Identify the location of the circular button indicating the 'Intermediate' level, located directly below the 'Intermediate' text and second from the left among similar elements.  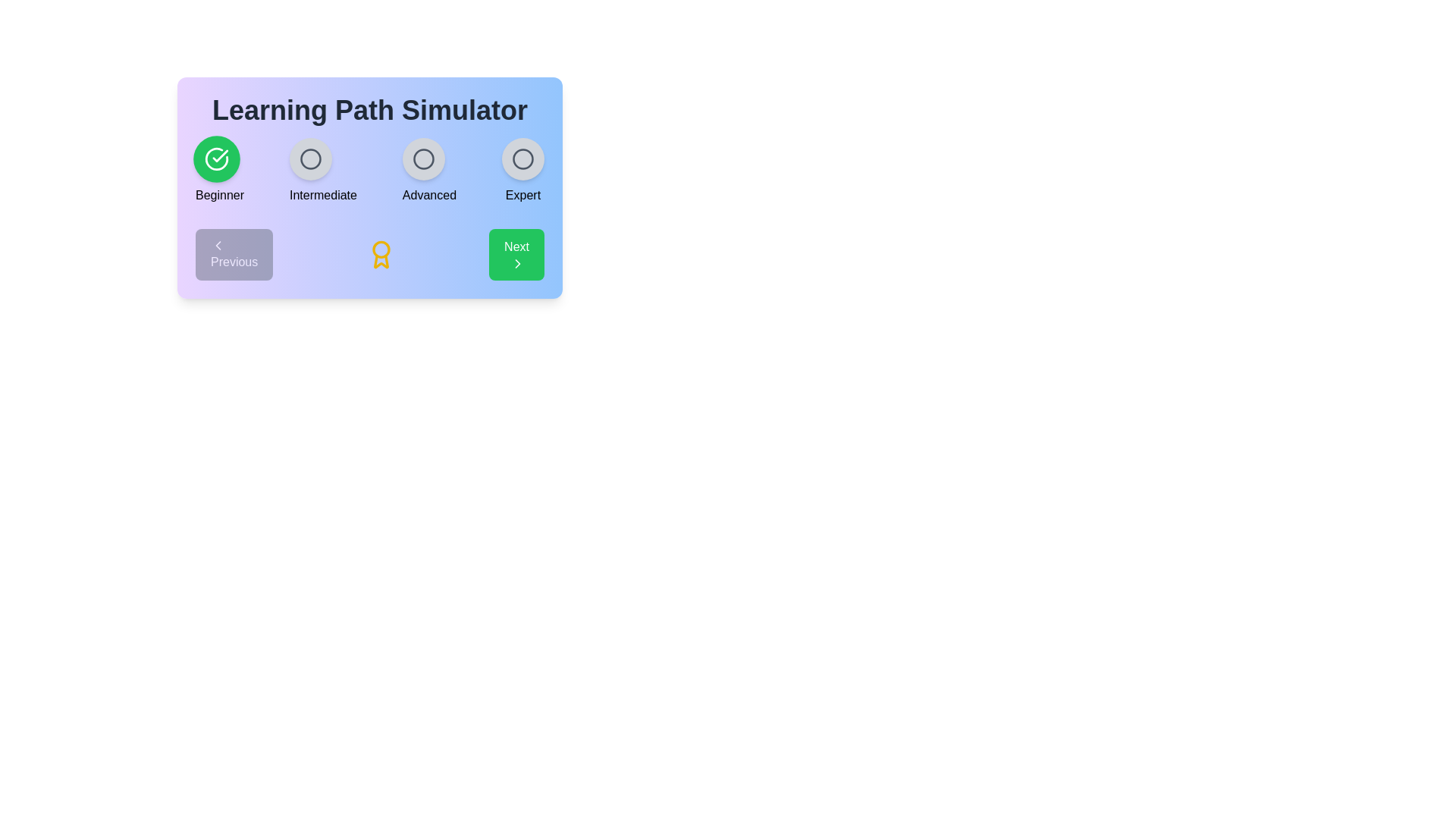
(309, 158).